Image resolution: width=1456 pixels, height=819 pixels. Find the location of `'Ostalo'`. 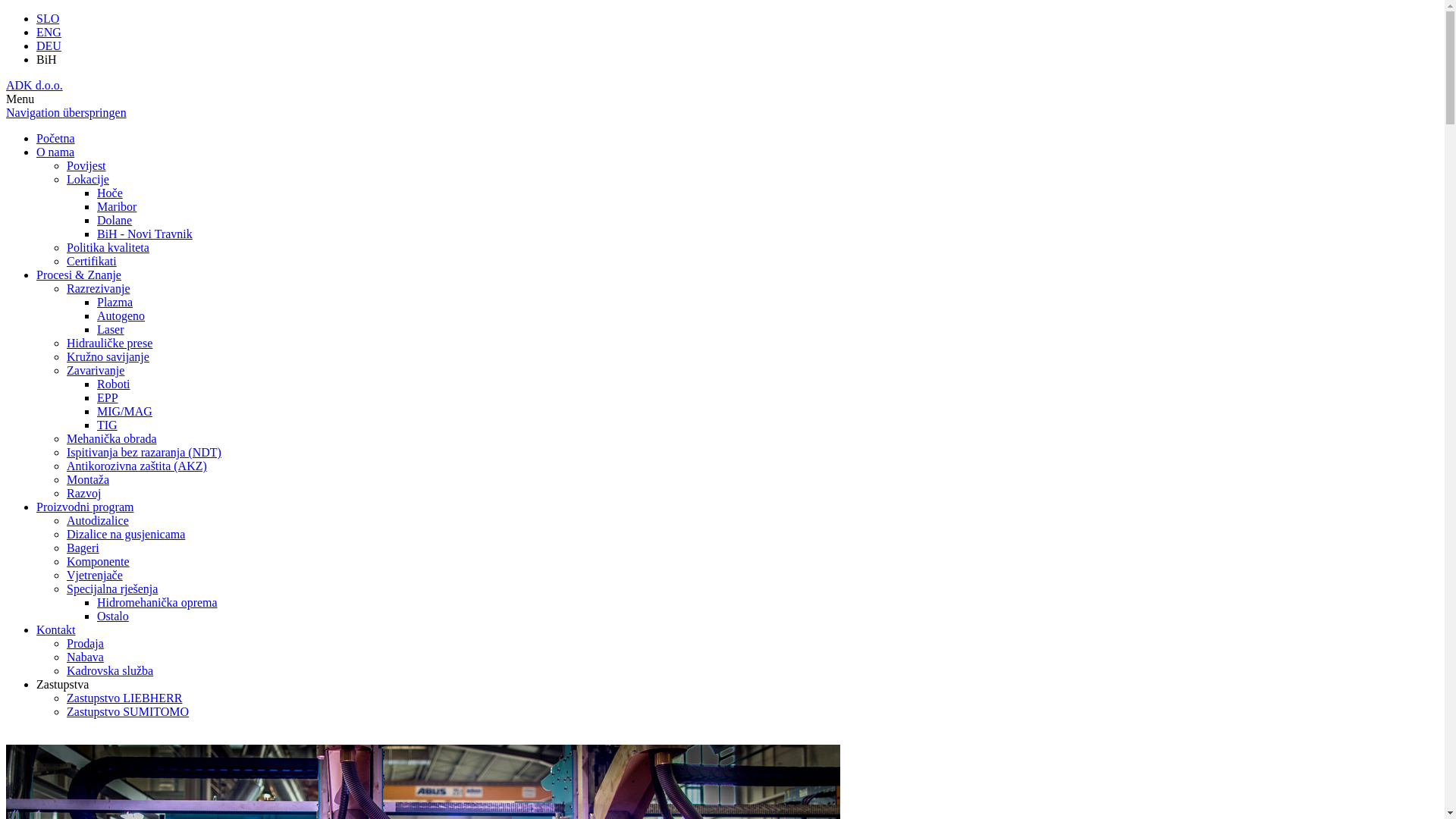

'Ostalo' is located at coordinates (111, 616).